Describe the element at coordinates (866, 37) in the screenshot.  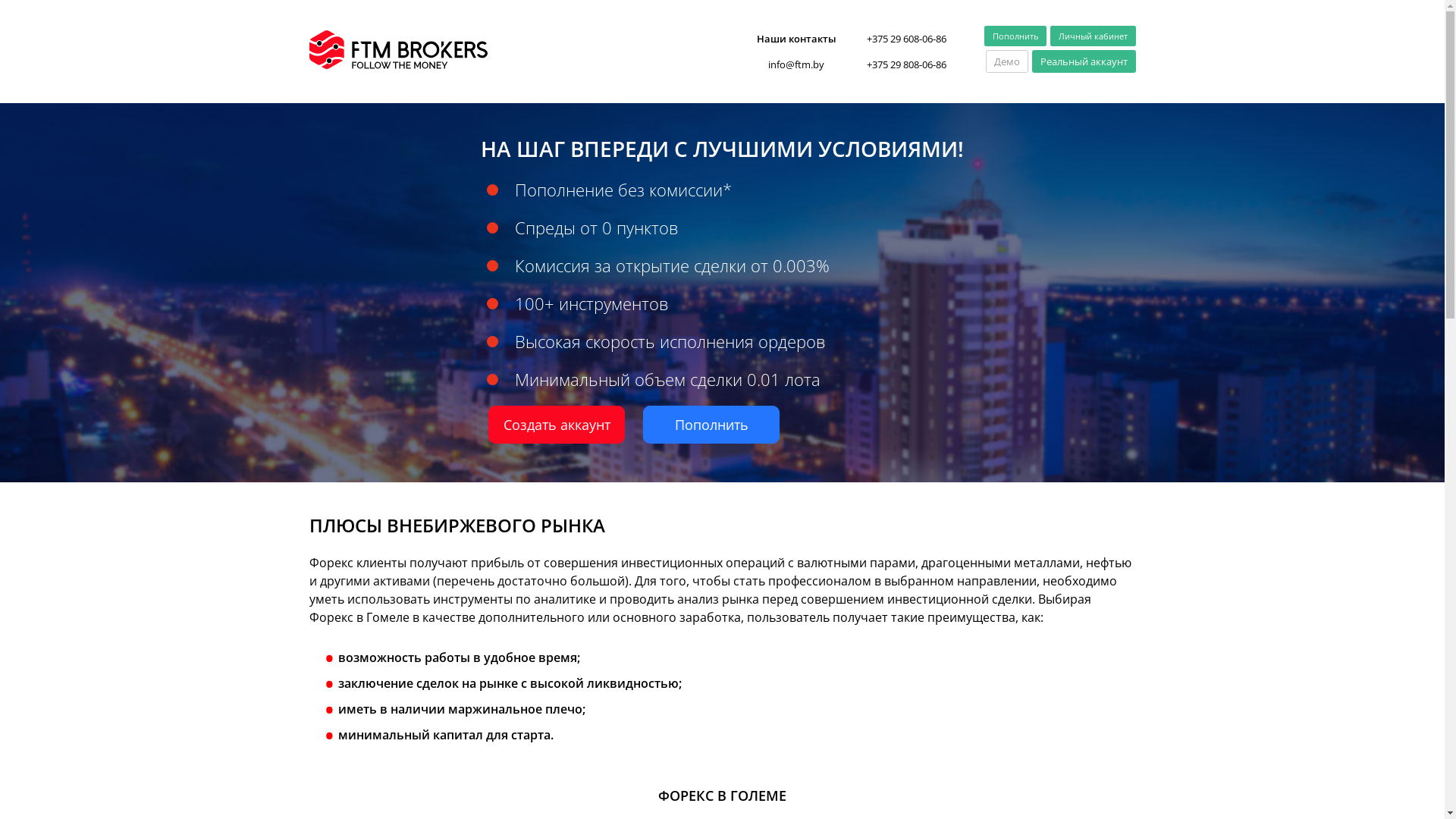
I see `'+375 29 608-06-86'` at that location.